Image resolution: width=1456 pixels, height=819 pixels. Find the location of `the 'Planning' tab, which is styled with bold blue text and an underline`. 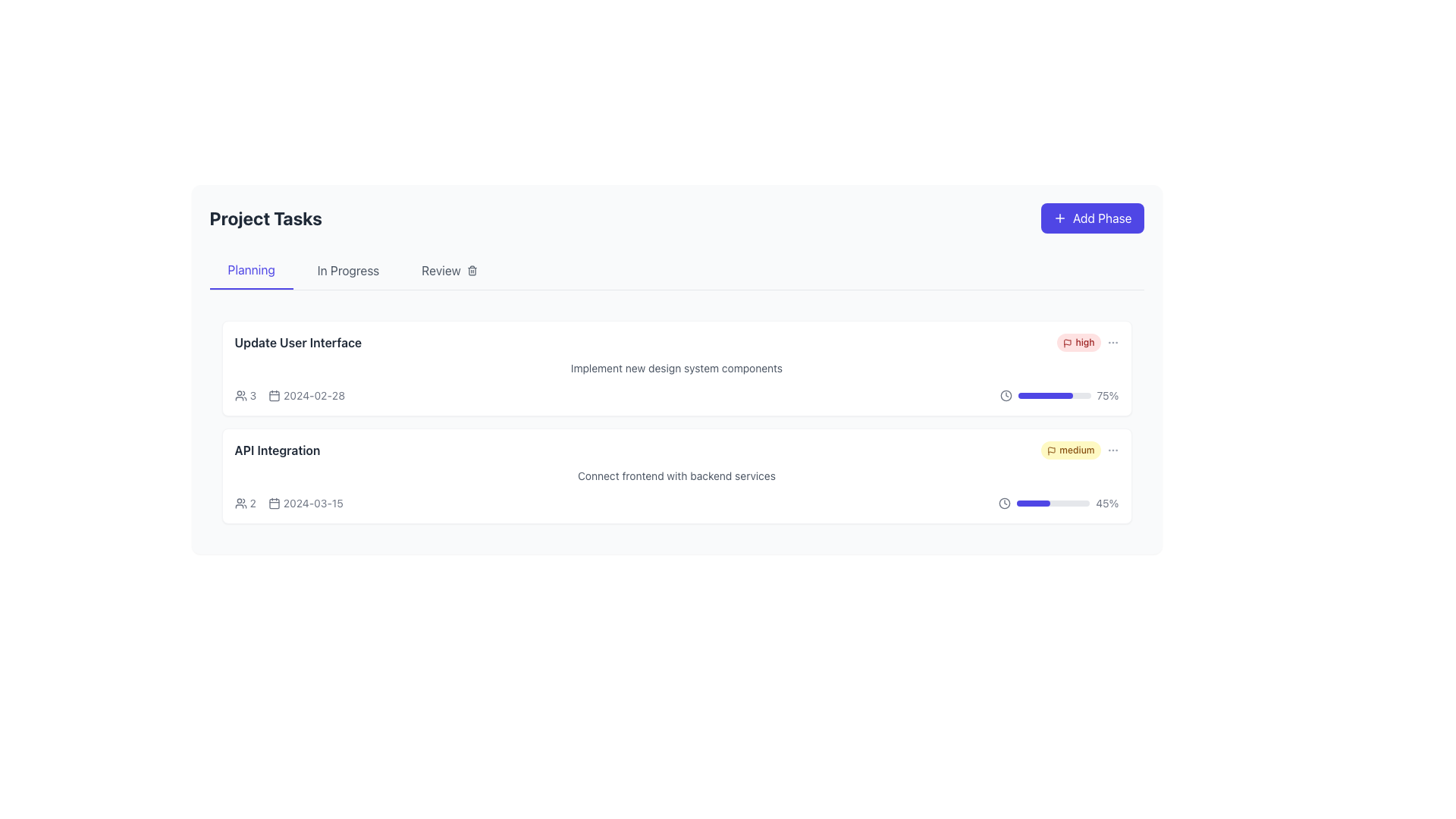

the 'Planning' tab, which is styled with bold blue text and an underline is located at coordinates (251, 270).